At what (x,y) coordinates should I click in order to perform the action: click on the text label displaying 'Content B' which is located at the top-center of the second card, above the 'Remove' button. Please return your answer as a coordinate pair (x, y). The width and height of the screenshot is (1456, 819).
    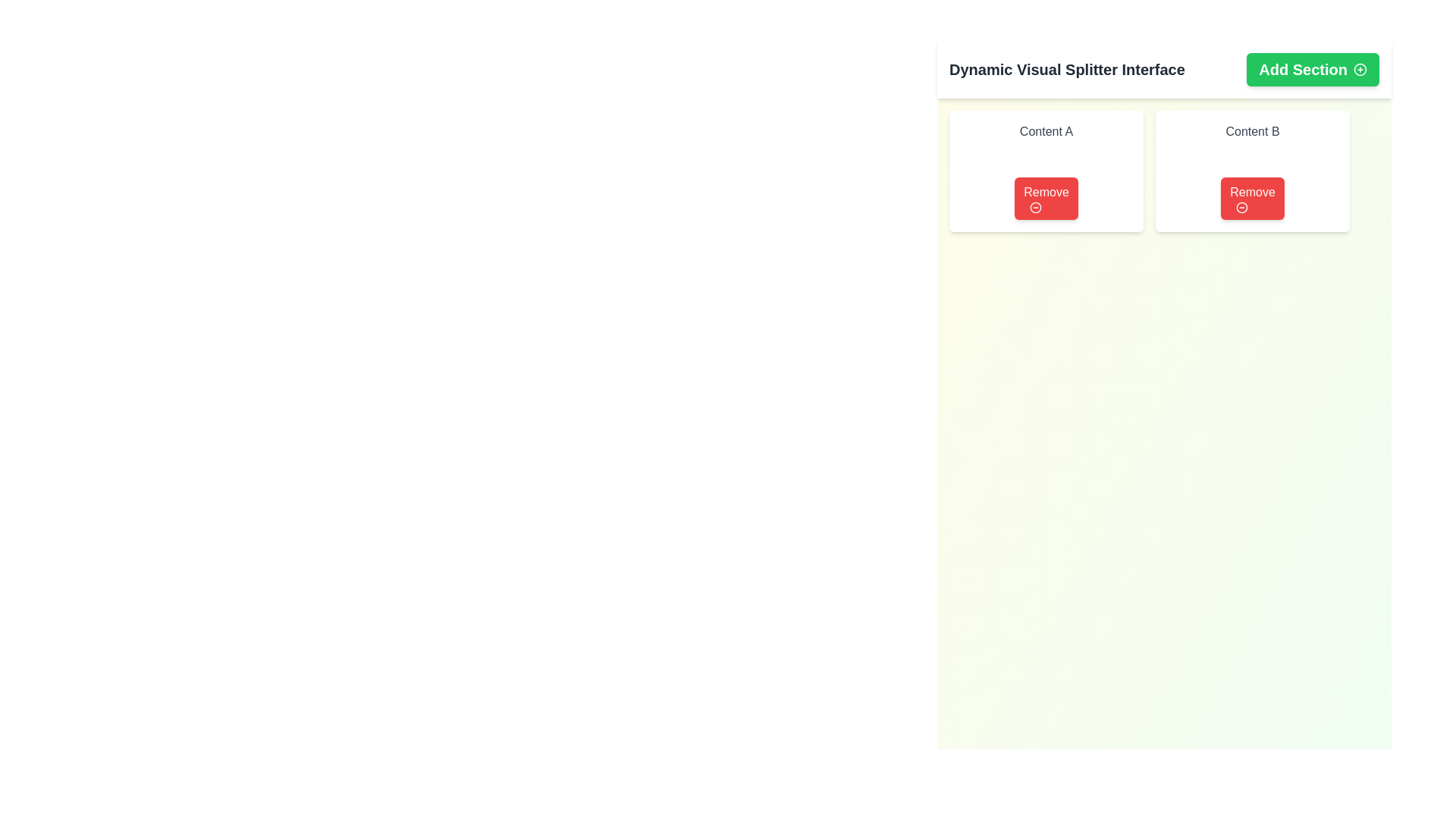
    Looking at the image, I should click on (1252, 130).